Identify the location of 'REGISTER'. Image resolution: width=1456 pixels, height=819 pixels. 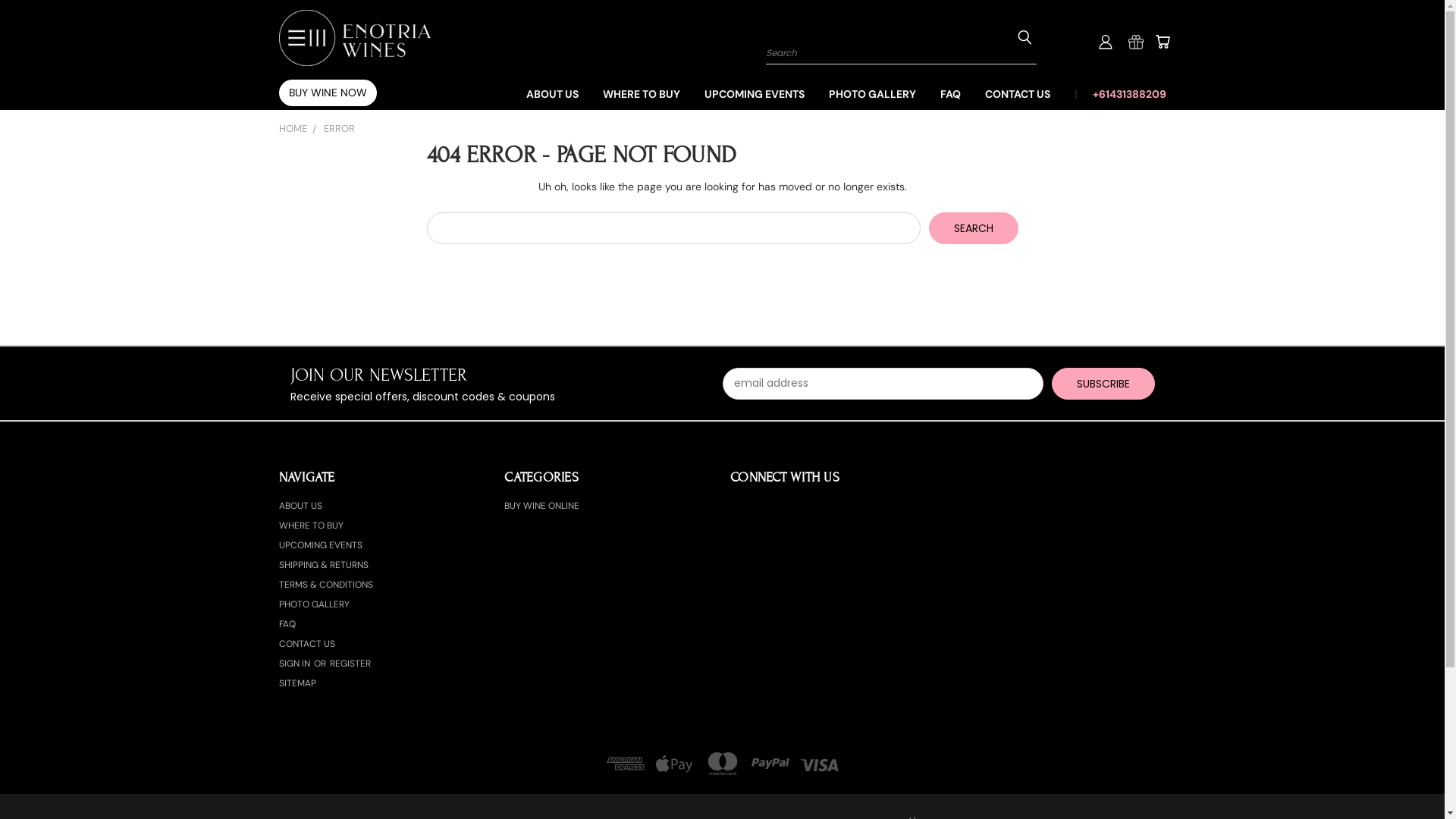
(328, 666).